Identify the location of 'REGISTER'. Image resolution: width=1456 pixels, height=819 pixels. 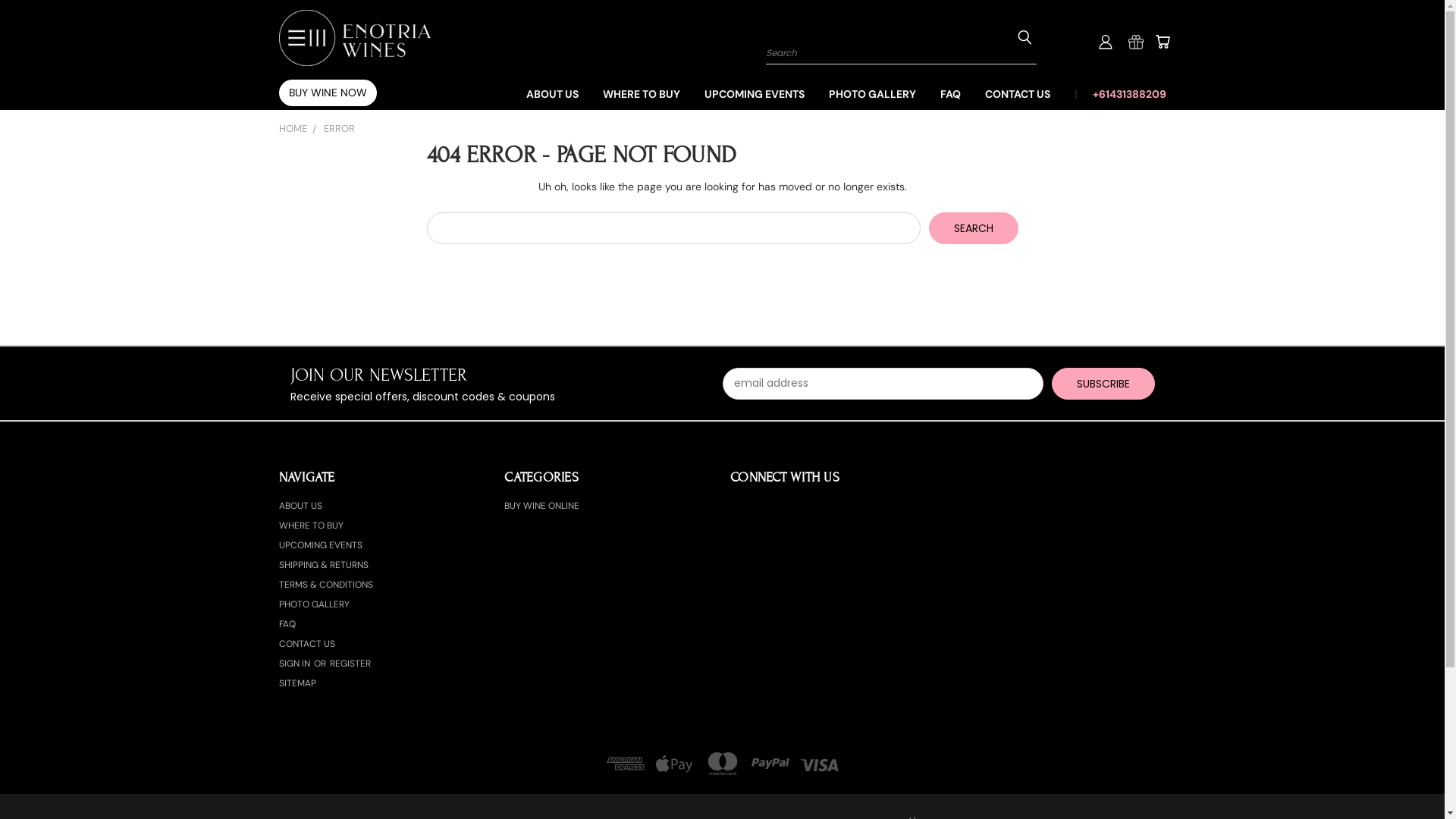
(328, 666).